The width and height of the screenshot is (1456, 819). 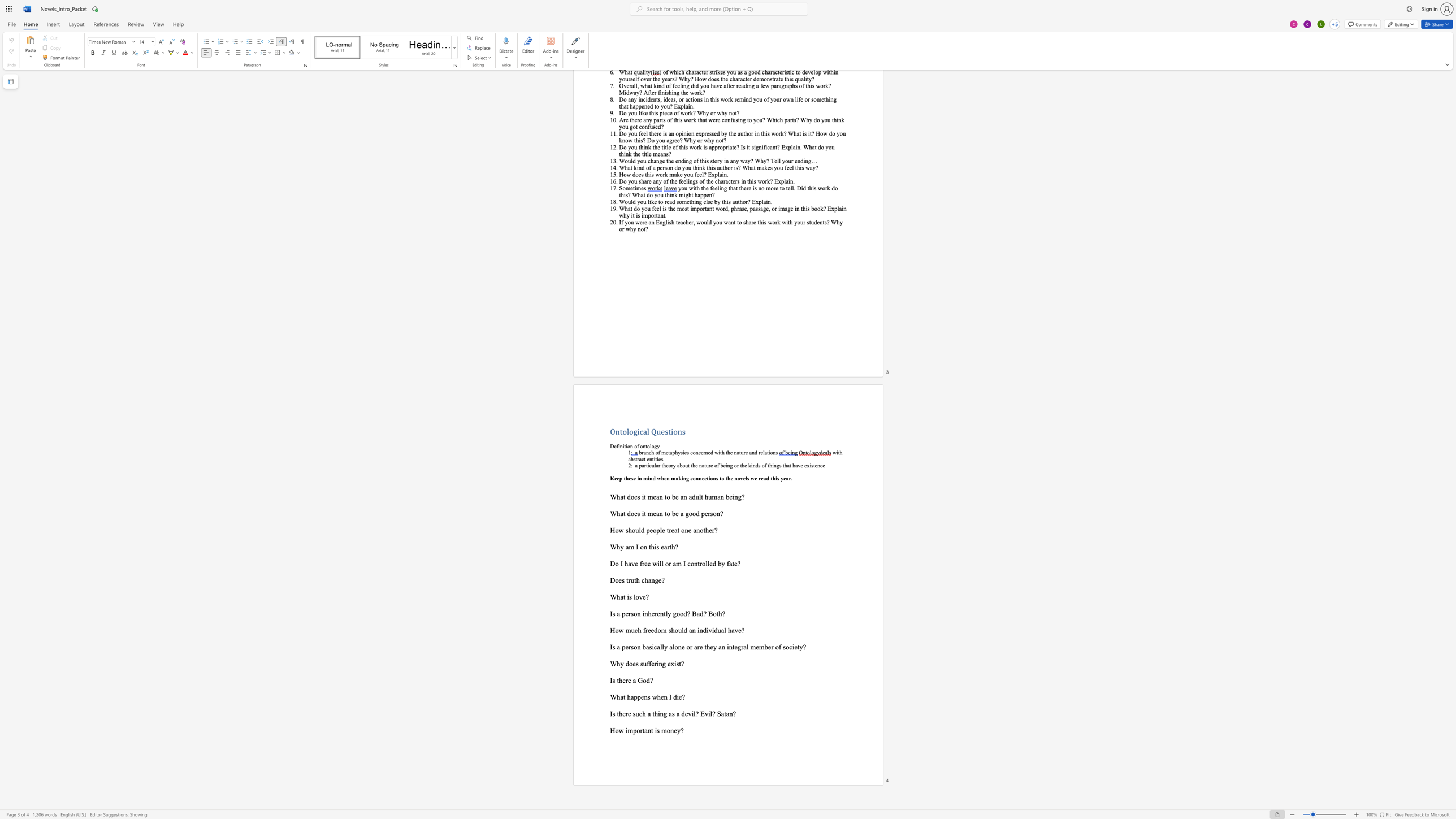 What do you see at coordinates (666, 613) in the screenshot?
I see `the 1th character "l" in the text` at bounding box center [666, 613].